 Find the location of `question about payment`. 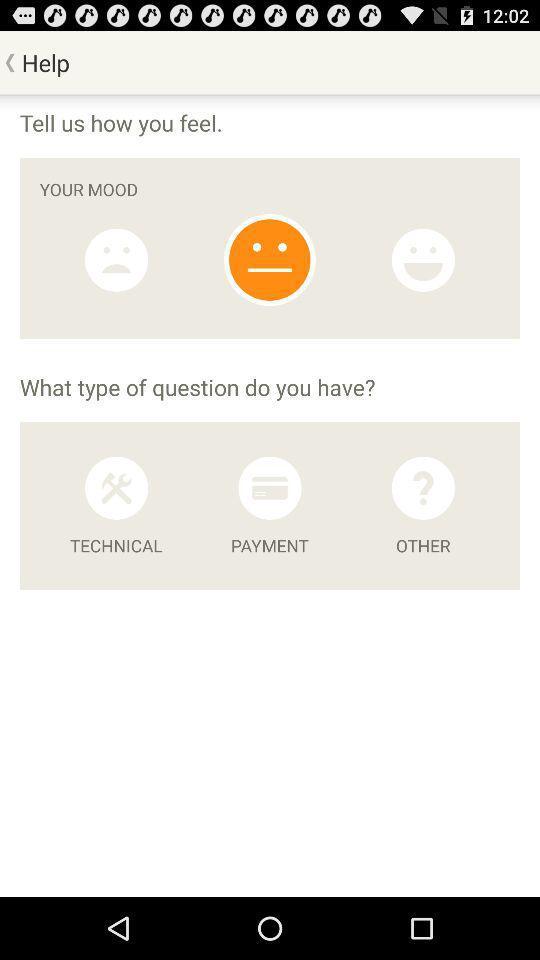

question about payment is located at coordinates (269, 487).